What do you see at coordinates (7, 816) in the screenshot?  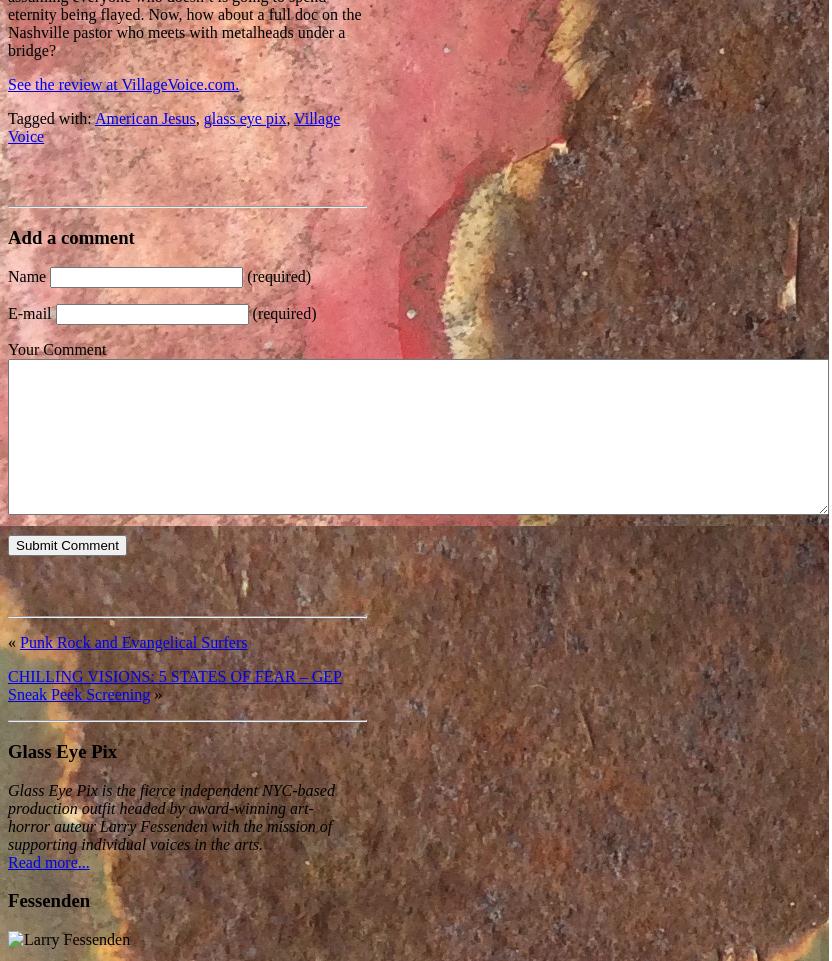 I see `'Glass Eye Pix is the fierce independent NYC-based production outfit headed by award-winning art-horror auteur Larry Fessenden with the mission of supporting individual voices in the arts.'` at bounding box center [7, 816].